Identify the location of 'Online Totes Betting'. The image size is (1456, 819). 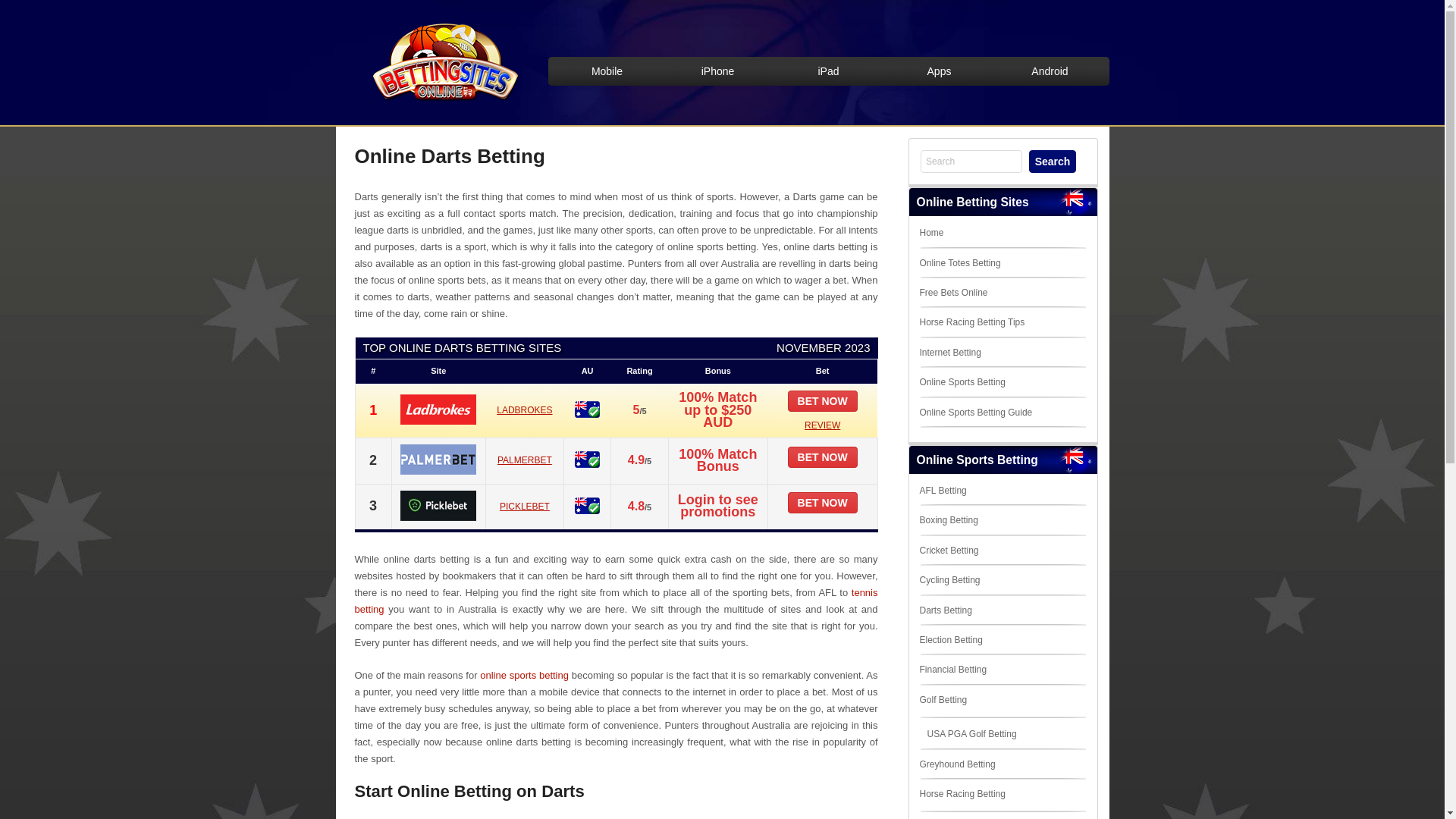
(959, 262).